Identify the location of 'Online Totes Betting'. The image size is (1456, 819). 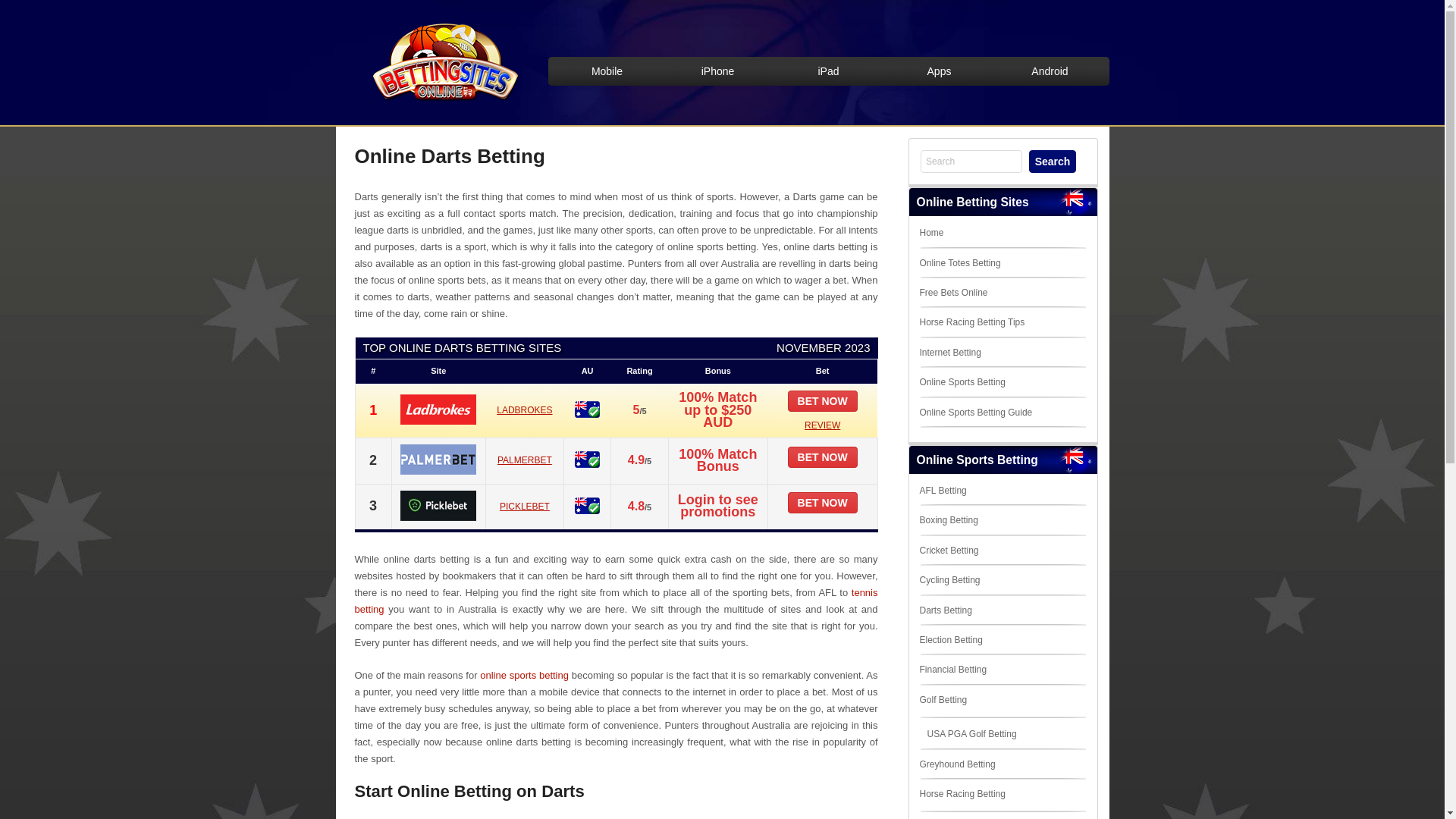
(959, 262).